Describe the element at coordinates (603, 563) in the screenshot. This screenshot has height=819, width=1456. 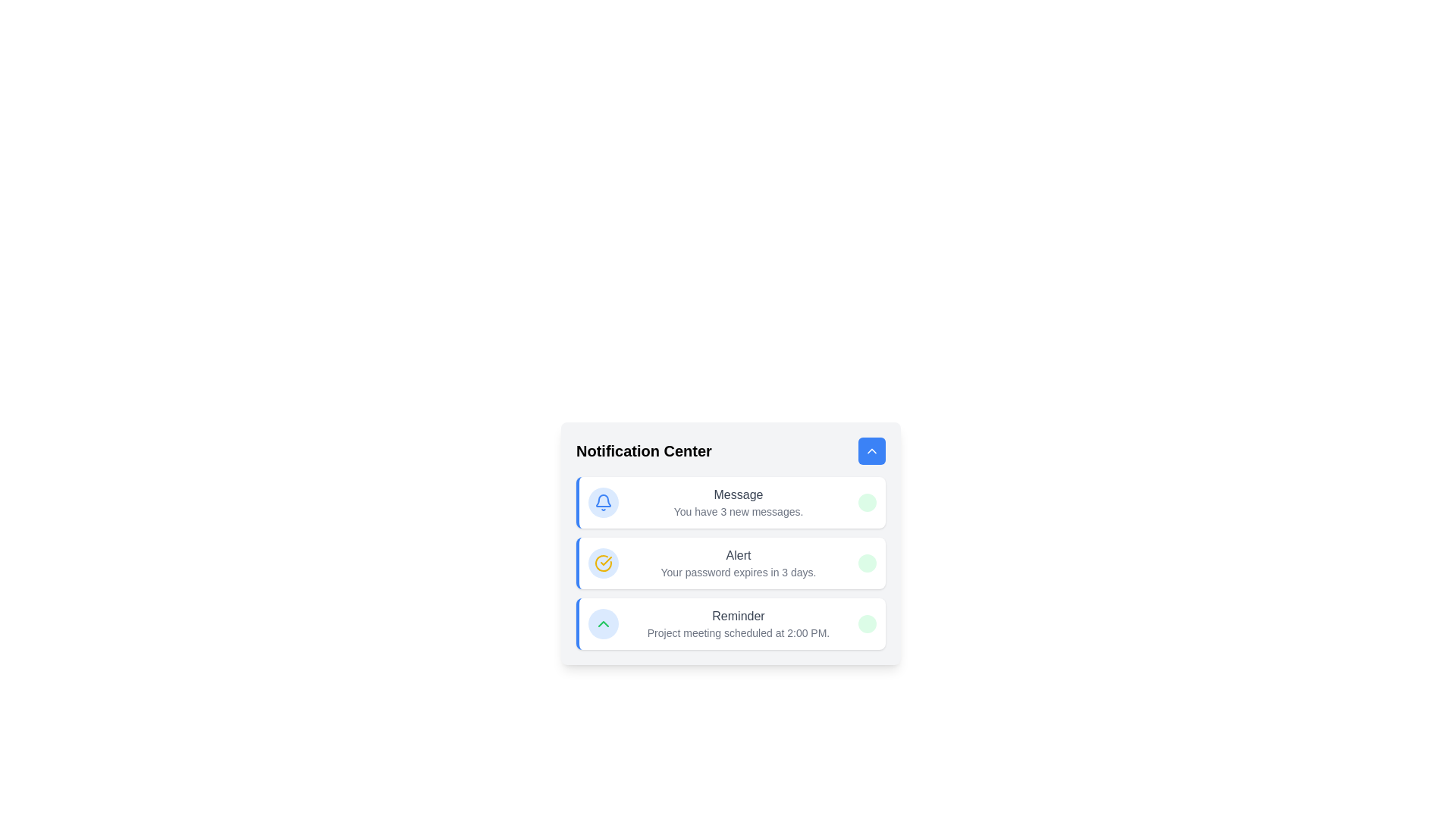
I see `the status confirmation icon located inside the 'Alert' notification card, positioned to the left of the 'Alert' title and the message 'Your password expires in 3 days.'` at that location.